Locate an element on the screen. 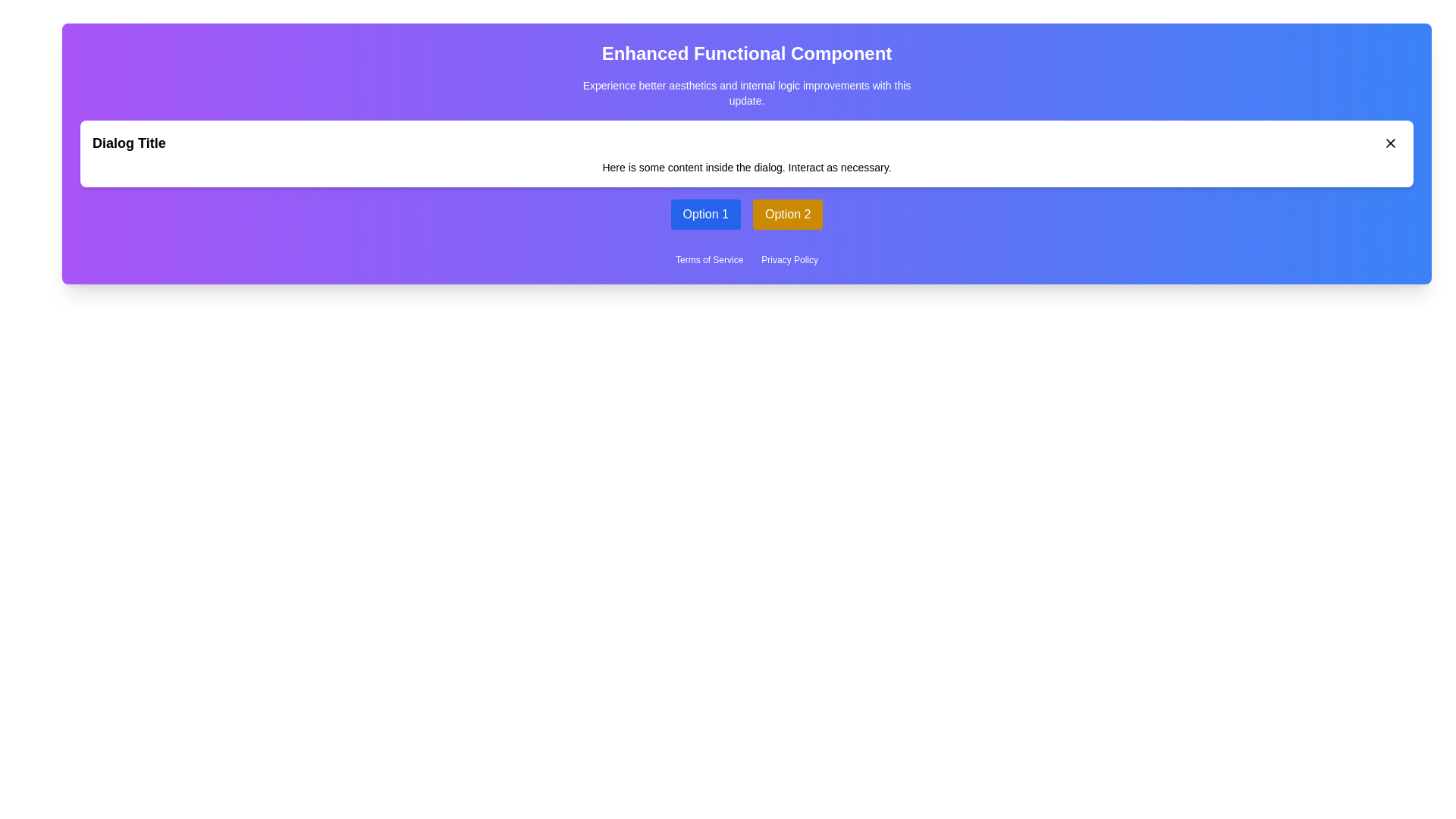 The image size is (1456, 819). the Privacy Policy hyperlink, which is the second link located to the right of 'Terms of Service' in the bottom center section is located at coordinates (789, 259).